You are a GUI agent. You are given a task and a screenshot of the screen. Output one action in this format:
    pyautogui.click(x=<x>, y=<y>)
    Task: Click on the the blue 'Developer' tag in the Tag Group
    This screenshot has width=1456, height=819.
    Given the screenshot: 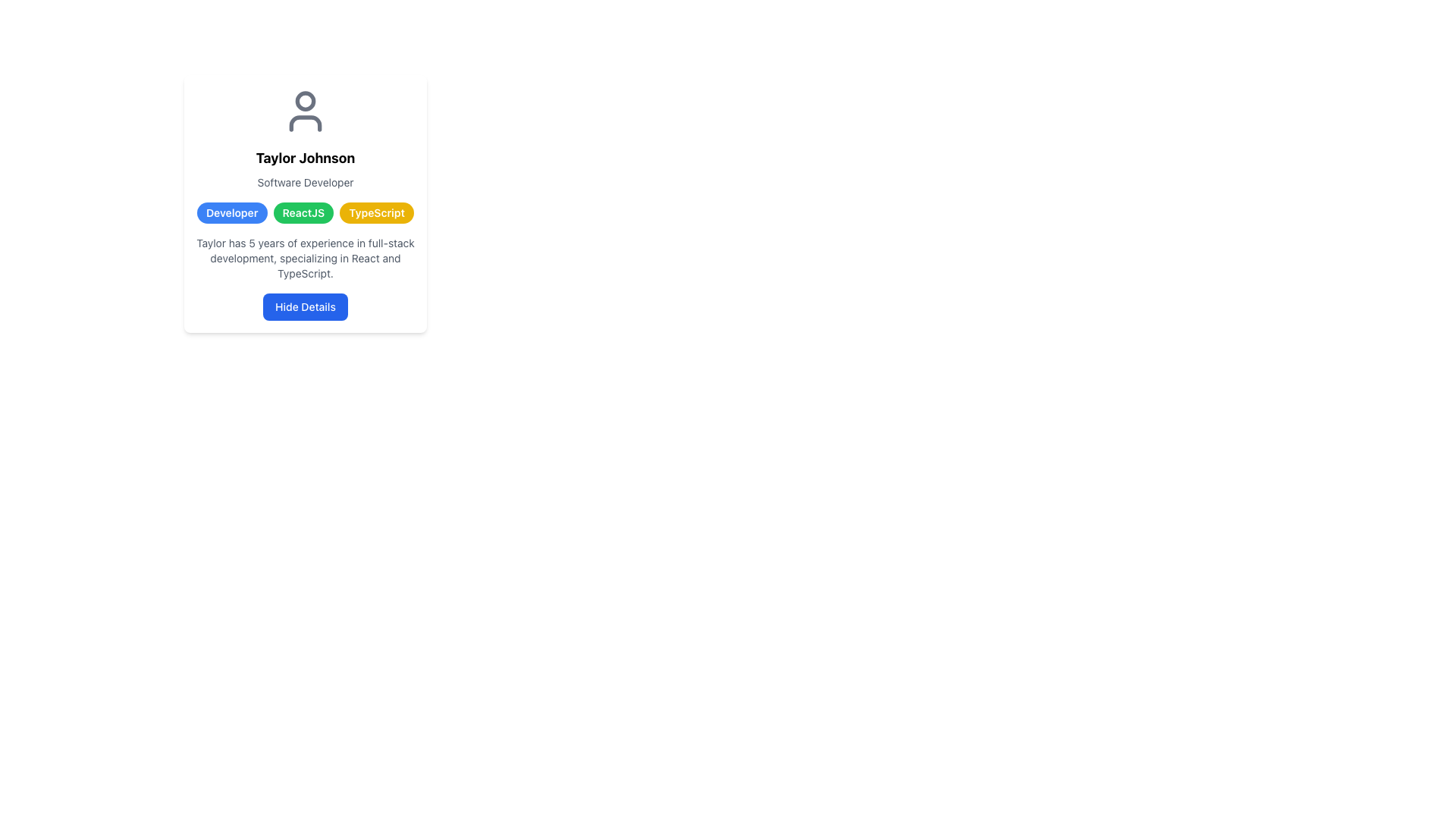 What is the action you would take?
    pyautogui.click(x=305, y=213)
    